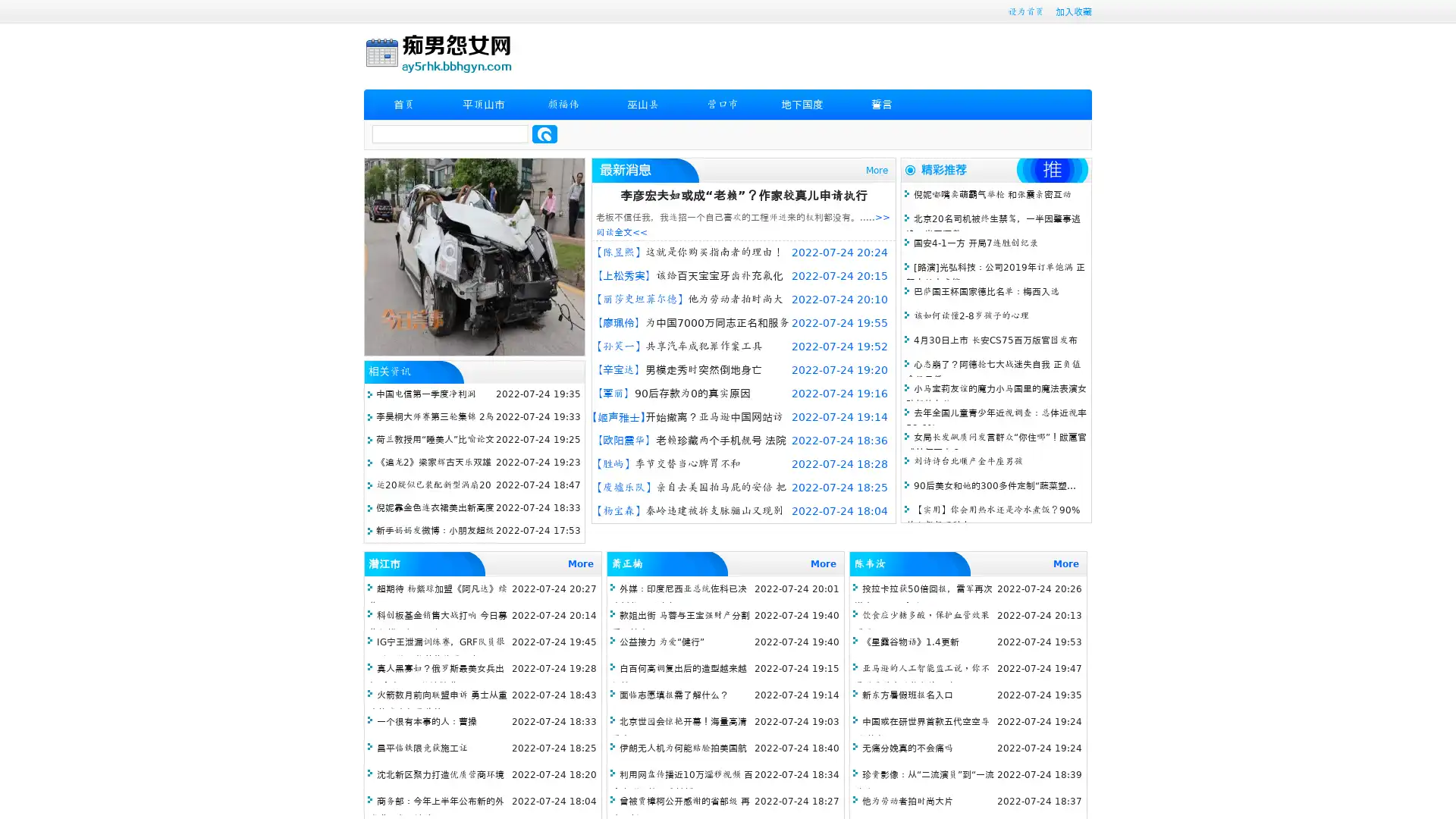 The height and width of the screenshot is (819, 1456). Describe the element at coordinates (544, 133) in the screenshot. I see `Search` at that location.